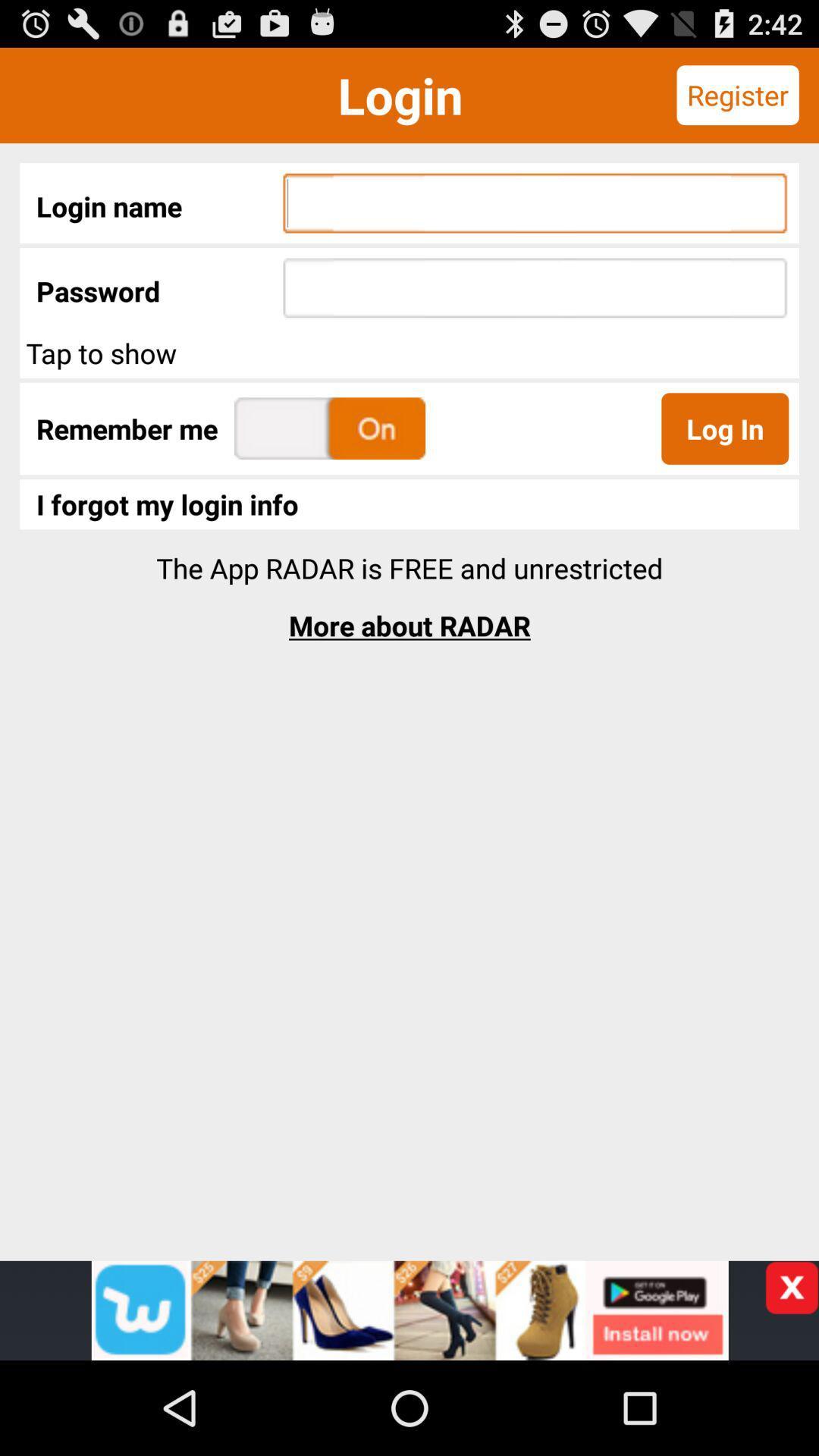 This screenshot has height=1456, width=819. What do you see at coordinates (409, 1310) in the screenshot?
I see `name` at bounding box center [409, 1310].